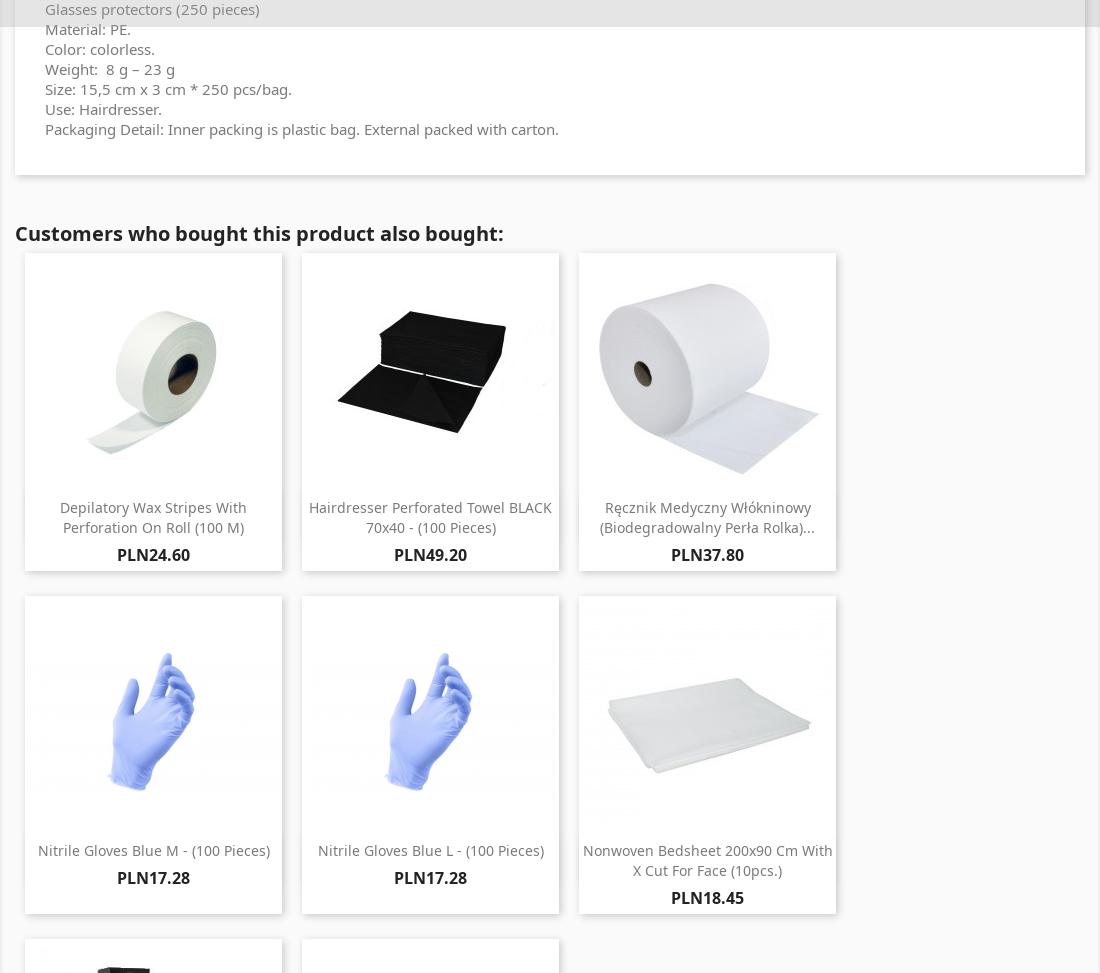  Describe the element at coordinates (110, 68) in the screenshot. I see `'Weight:  8 g – 23 g'` at that location.